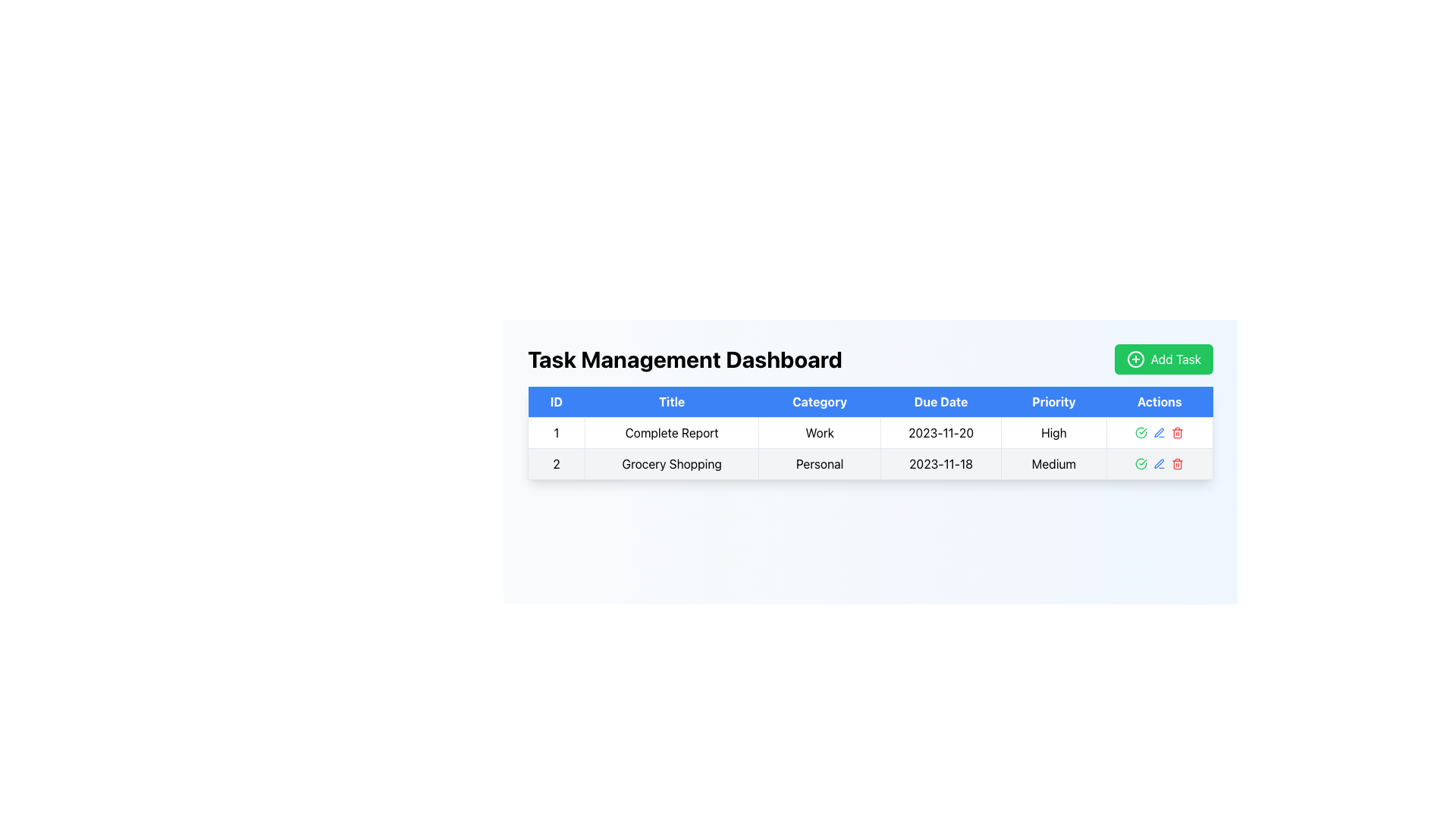 Image resolution: width=1456 pixels, height=819 pixels. I want to click on the blue pen icon in the Actions column of the first row of the task list, so click(1159, 432).